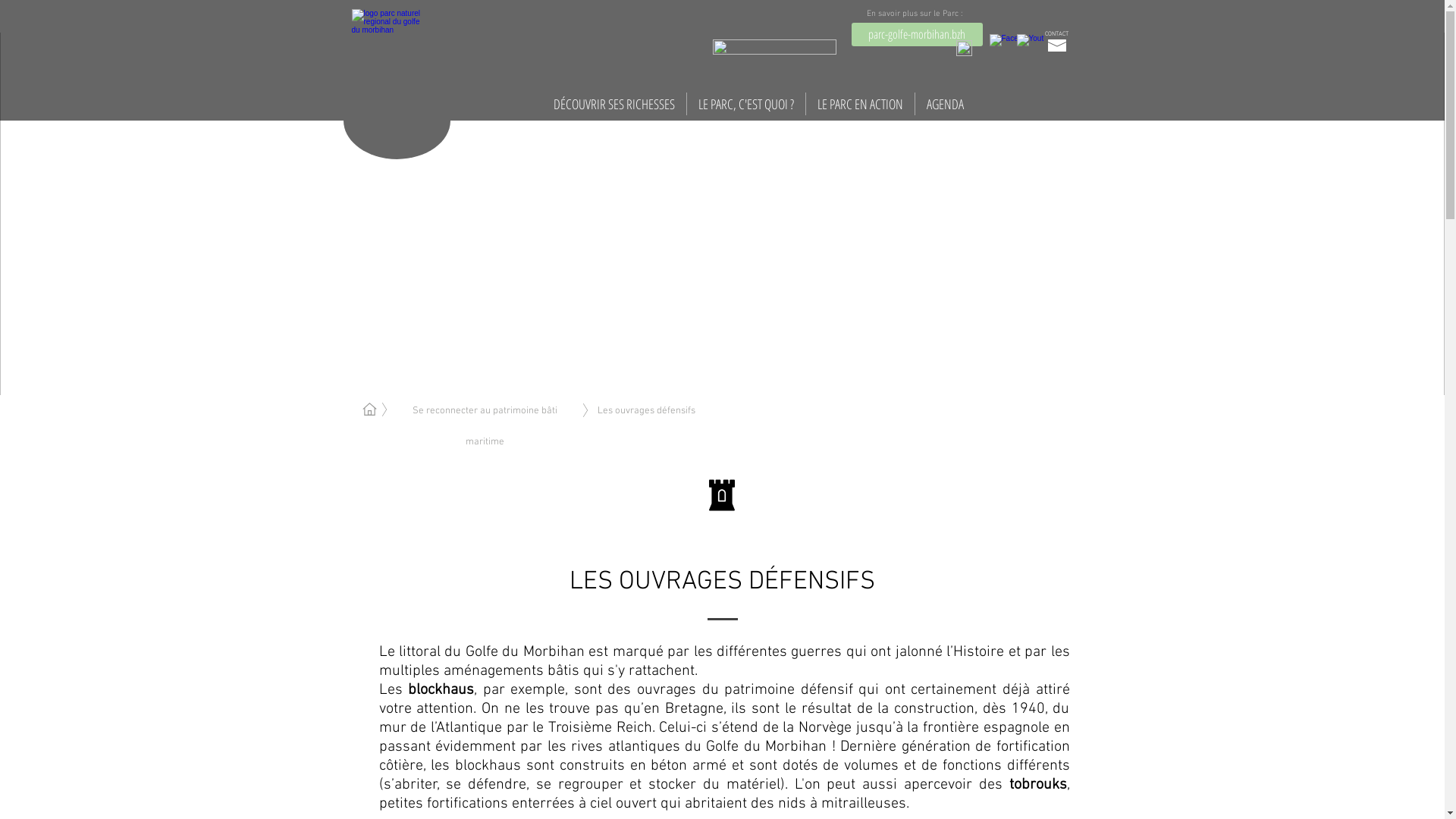  I want to click on 'parc-golfe-morbihan.bzh', so click(915, 34).